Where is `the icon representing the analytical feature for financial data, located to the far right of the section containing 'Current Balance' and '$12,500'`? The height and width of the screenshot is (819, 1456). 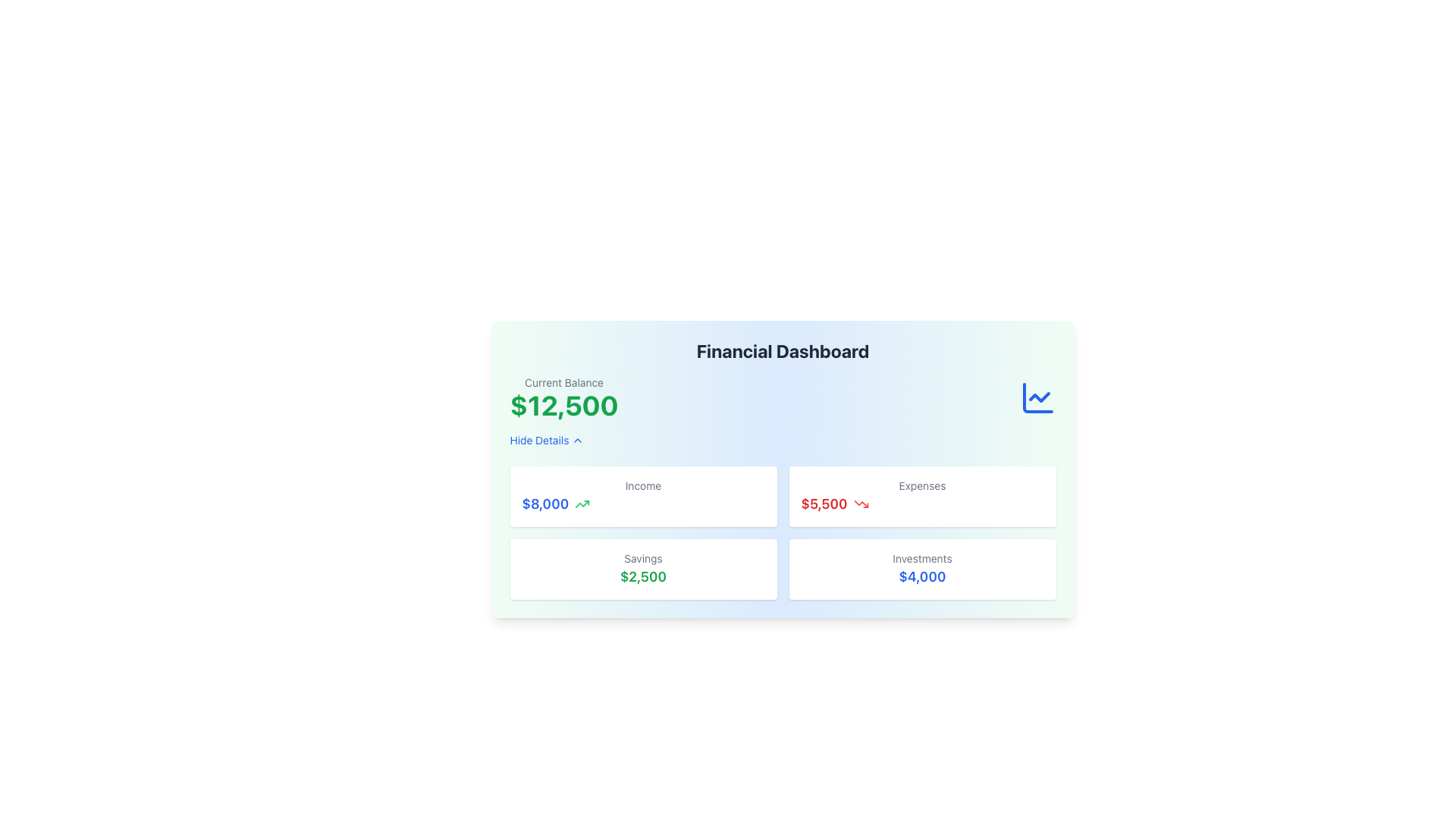
the icon representing the analytical feature for financial data, located to the far right of the section containing 'Current Balance' and '$12,500' is located at coordinates (1037, 397).